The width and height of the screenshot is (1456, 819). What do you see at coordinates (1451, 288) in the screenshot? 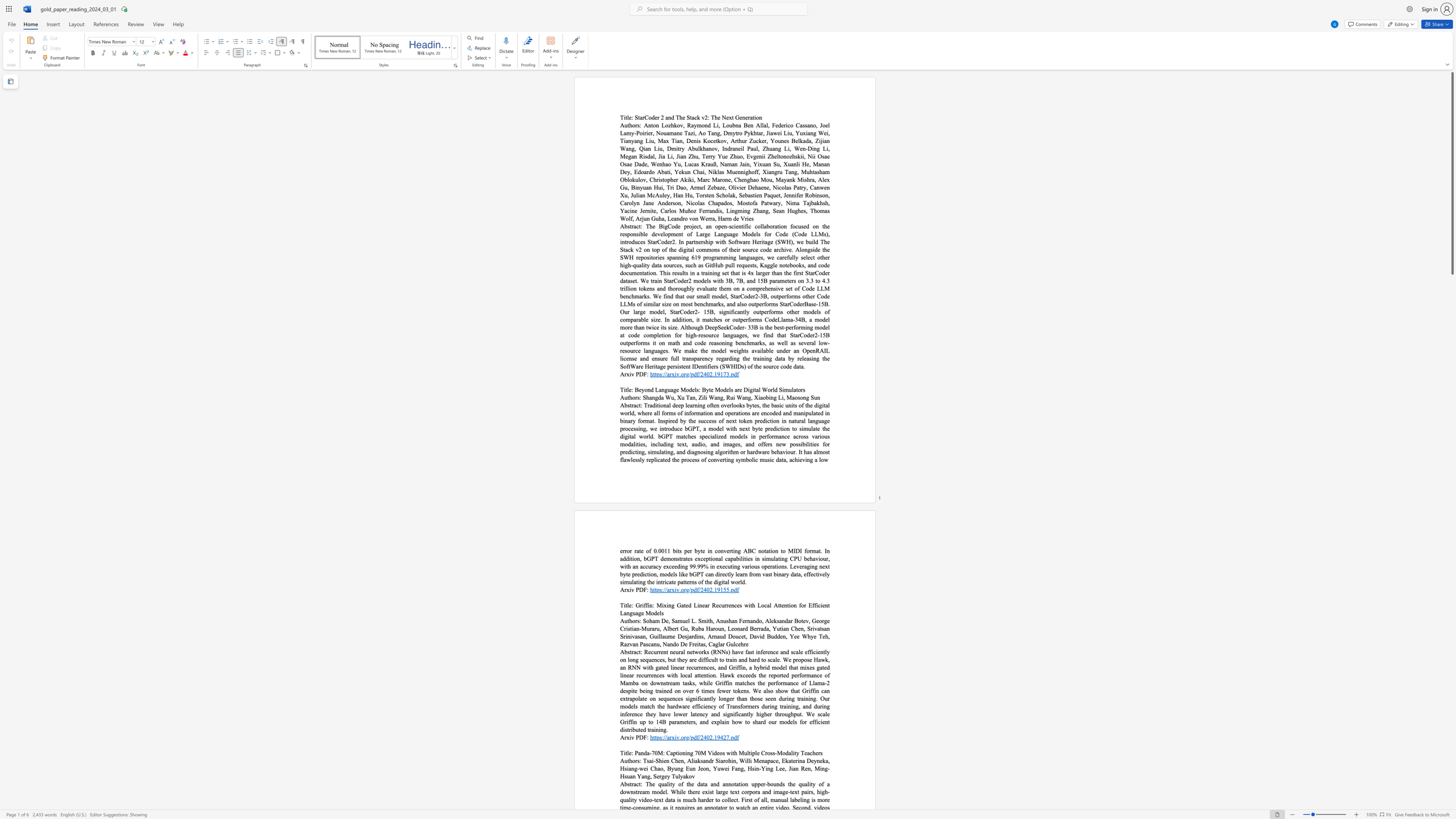
I see `the scrollbar to move the content lower` at bounding box center [1451, 288].